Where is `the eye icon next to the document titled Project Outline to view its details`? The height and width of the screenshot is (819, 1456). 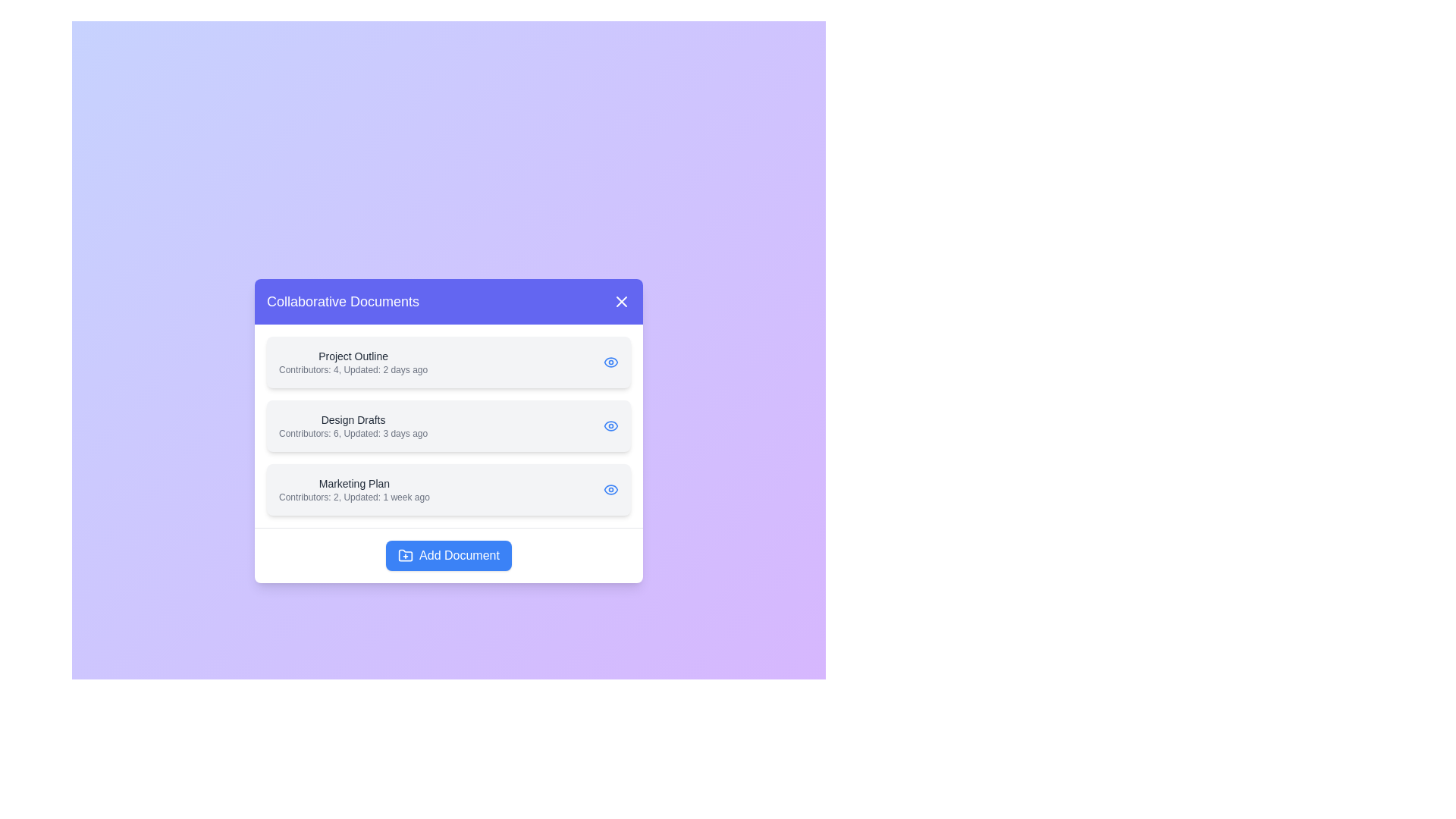
the eye icon next to the document titled Project Outline to view its details is located at coordinates (611, 362).